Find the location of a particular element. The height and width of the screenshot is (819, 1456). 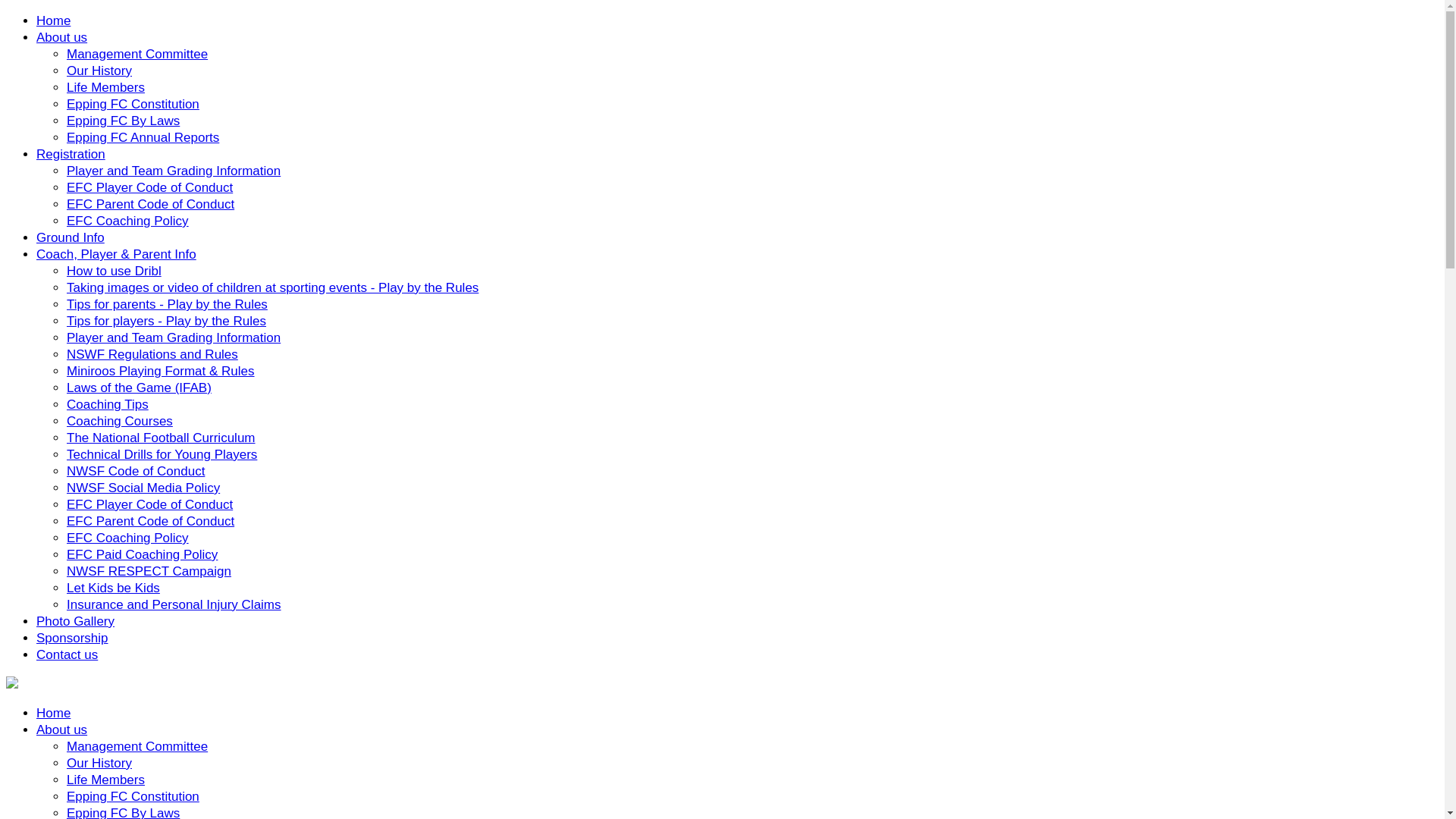

'Photo Gallery' is located at coordinates (74, 621).